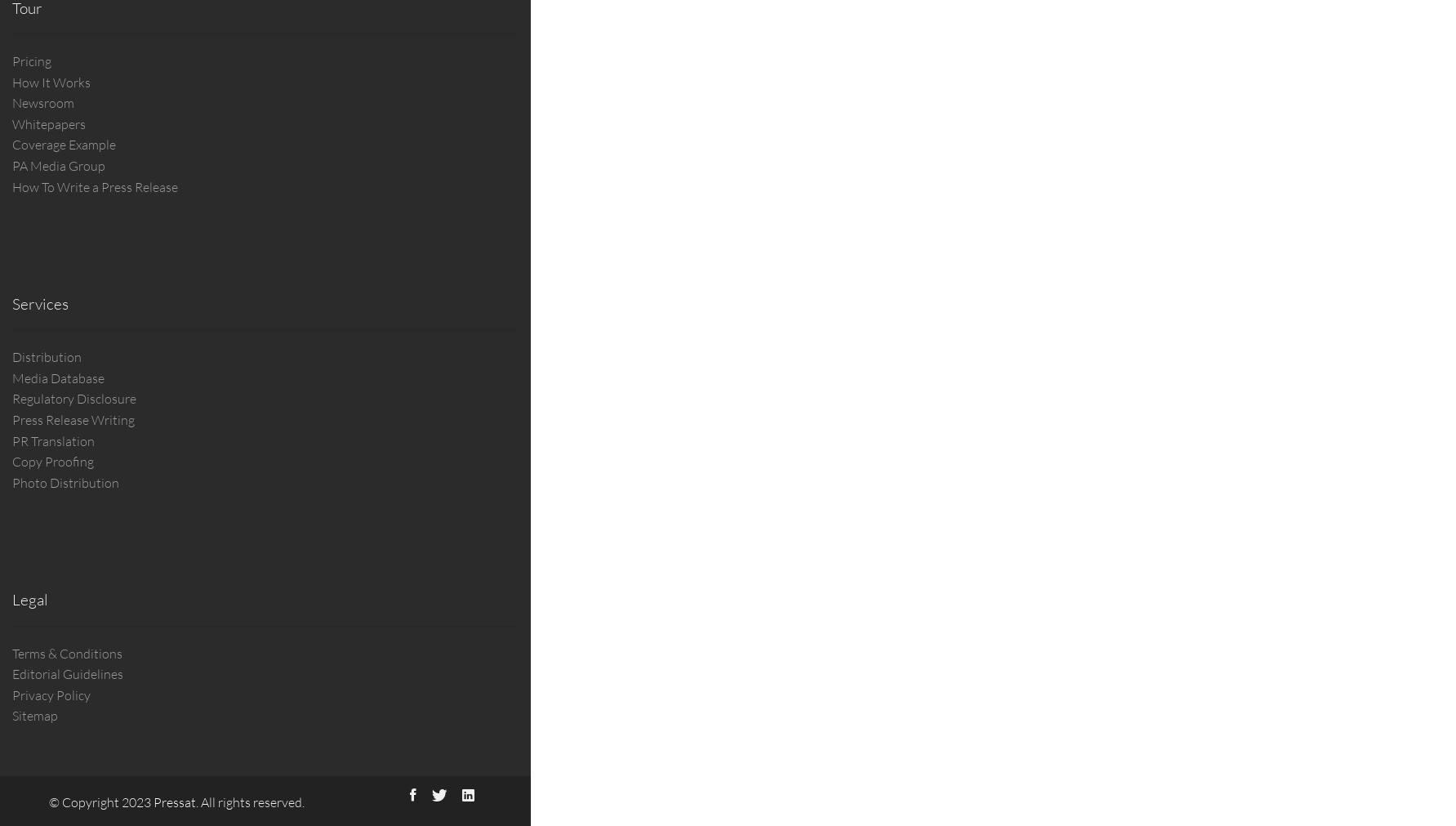 The height and width of the screenshot is (826, 1456). I want to click on 'Whitepapers', so click(11, 123).